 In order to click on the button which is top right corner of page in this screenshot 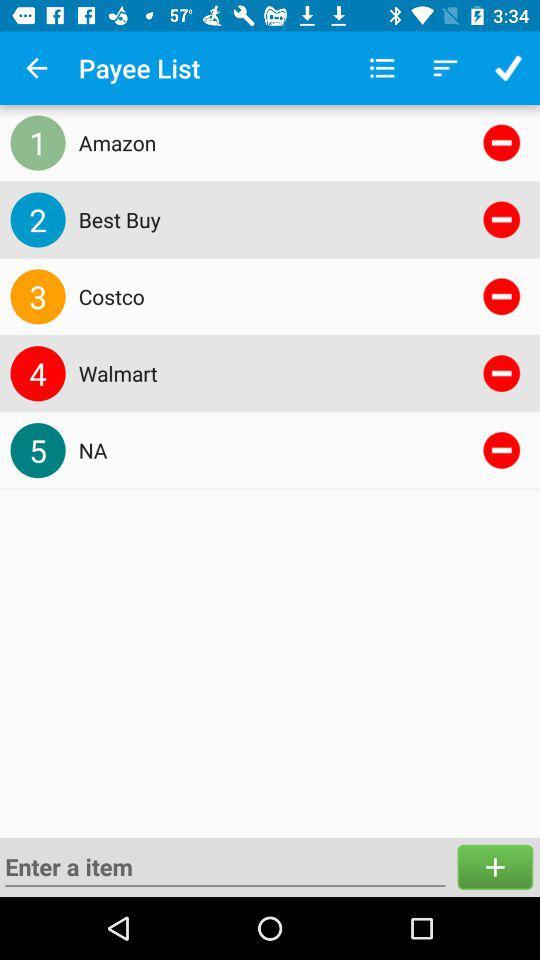, I will do `click(508, 68)`.